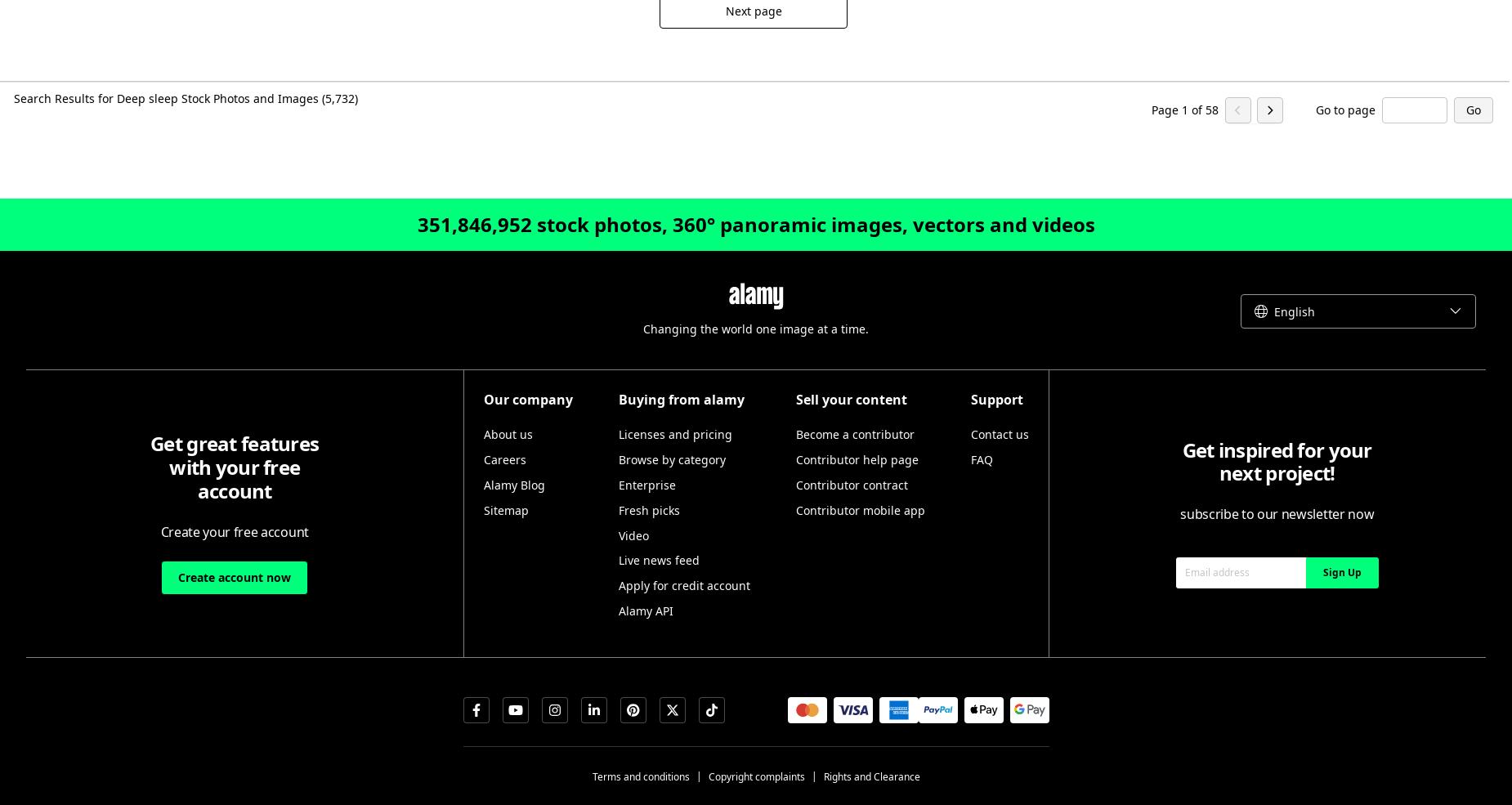 The width and height of the screenshot is (1512, 805). I want to click on 'FAQ', so click(968, 459).